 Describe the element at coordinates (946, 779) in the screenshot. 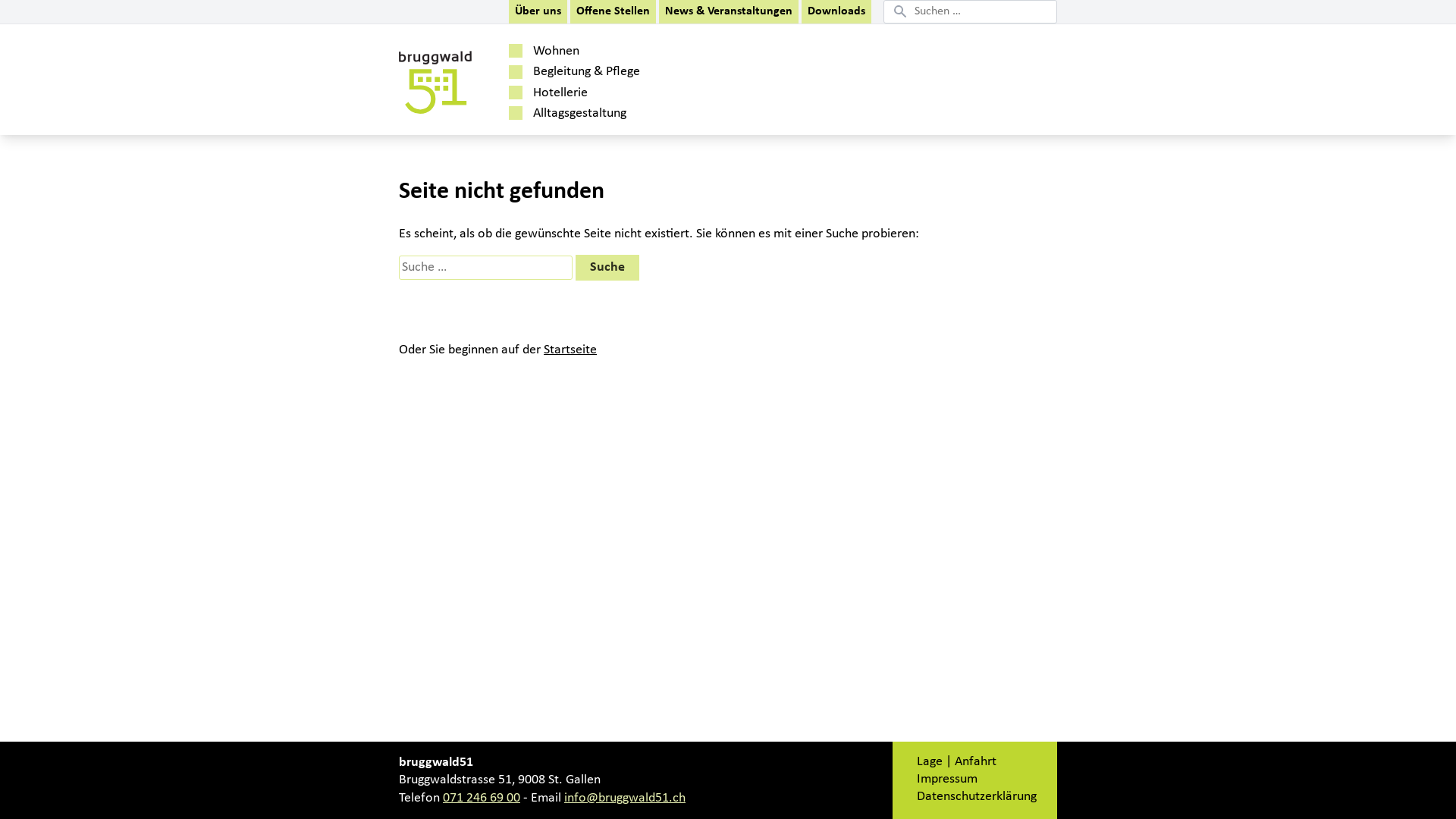

I see `'Impressum'` at that location.